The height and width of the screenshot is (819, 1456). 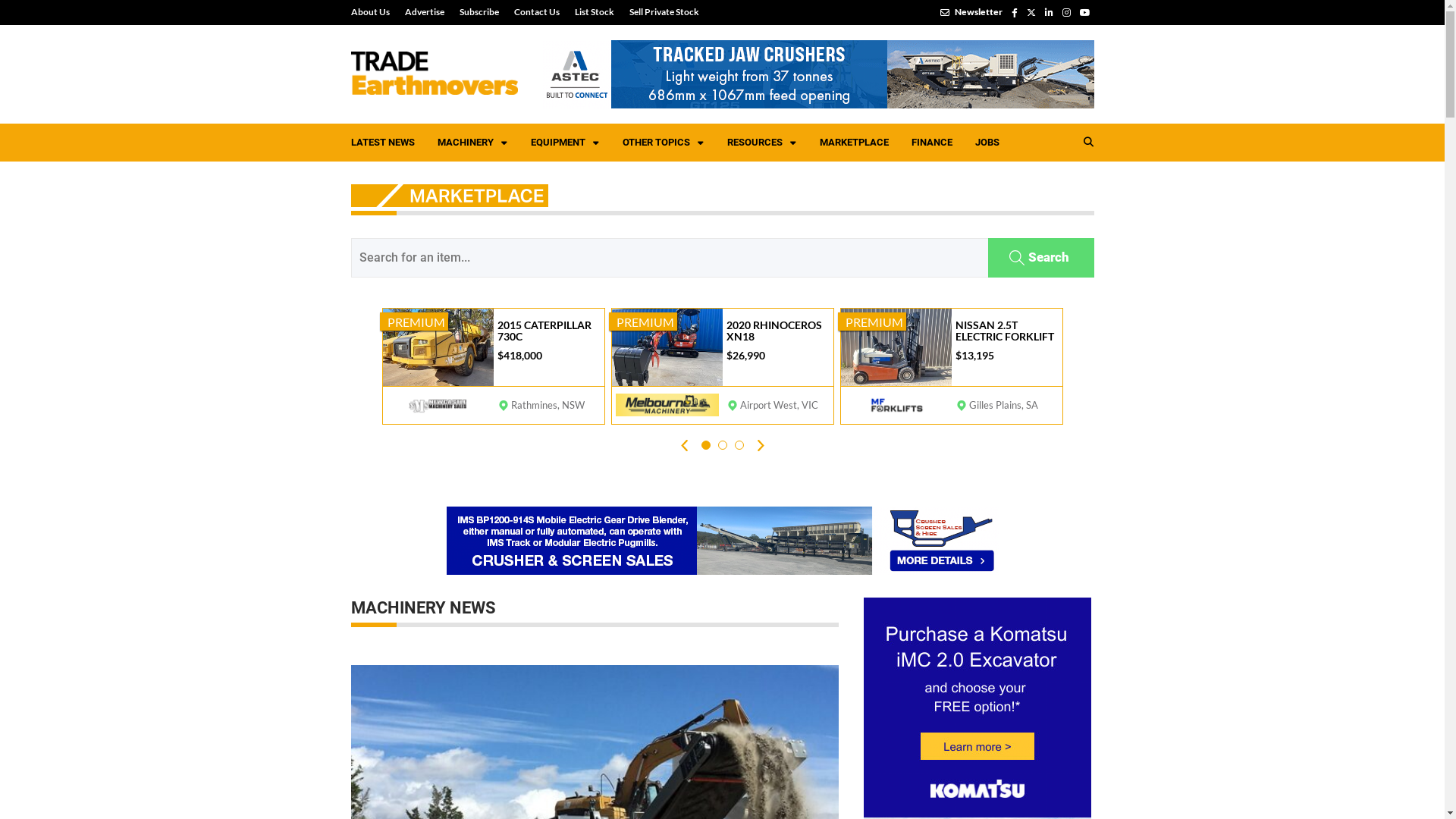 I want to click on '3rd party ad content', so click(x=817, y=74).